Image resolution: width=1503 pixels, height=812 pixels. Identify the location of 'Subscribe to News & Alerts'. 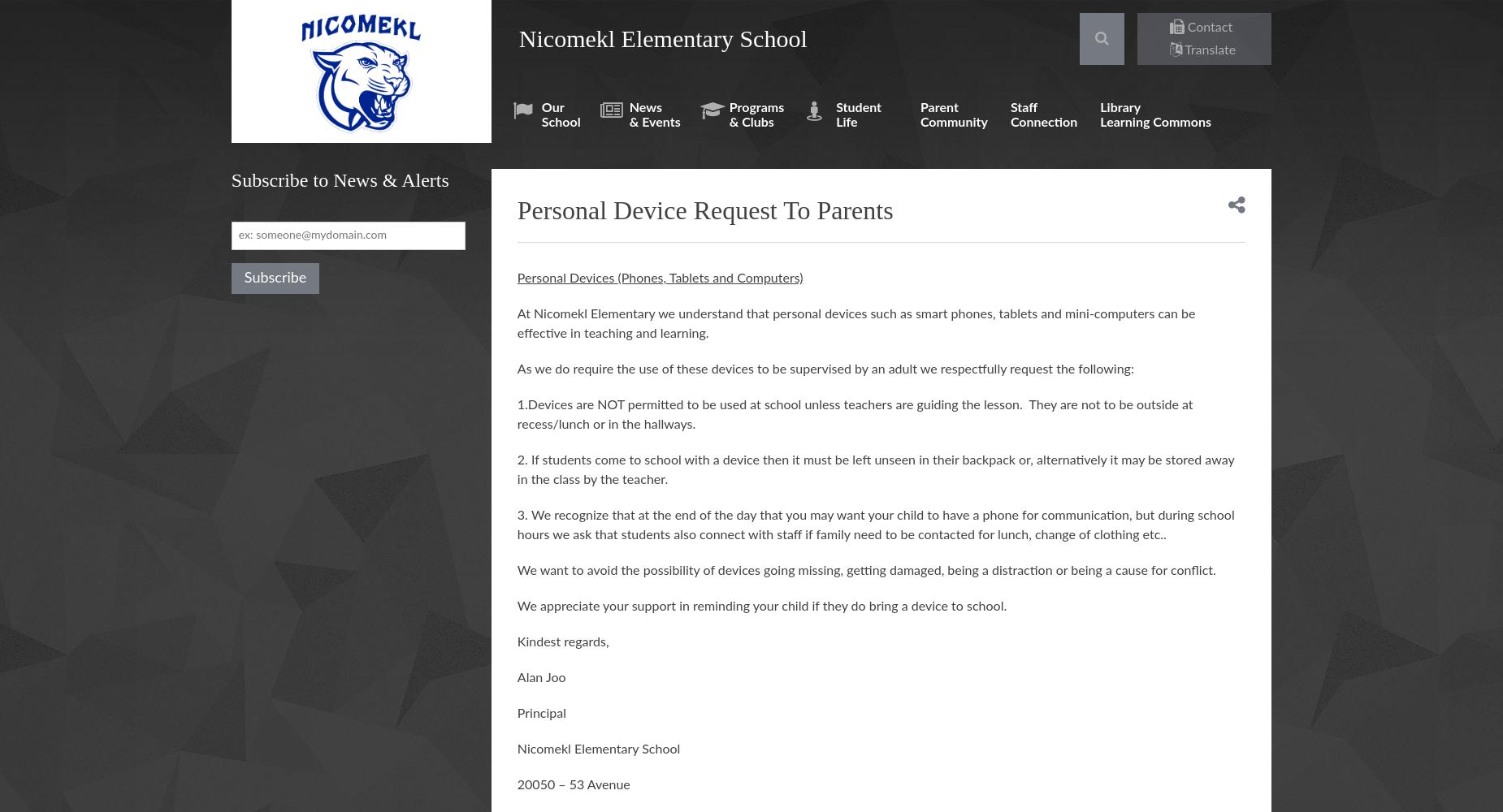
(338, 179).